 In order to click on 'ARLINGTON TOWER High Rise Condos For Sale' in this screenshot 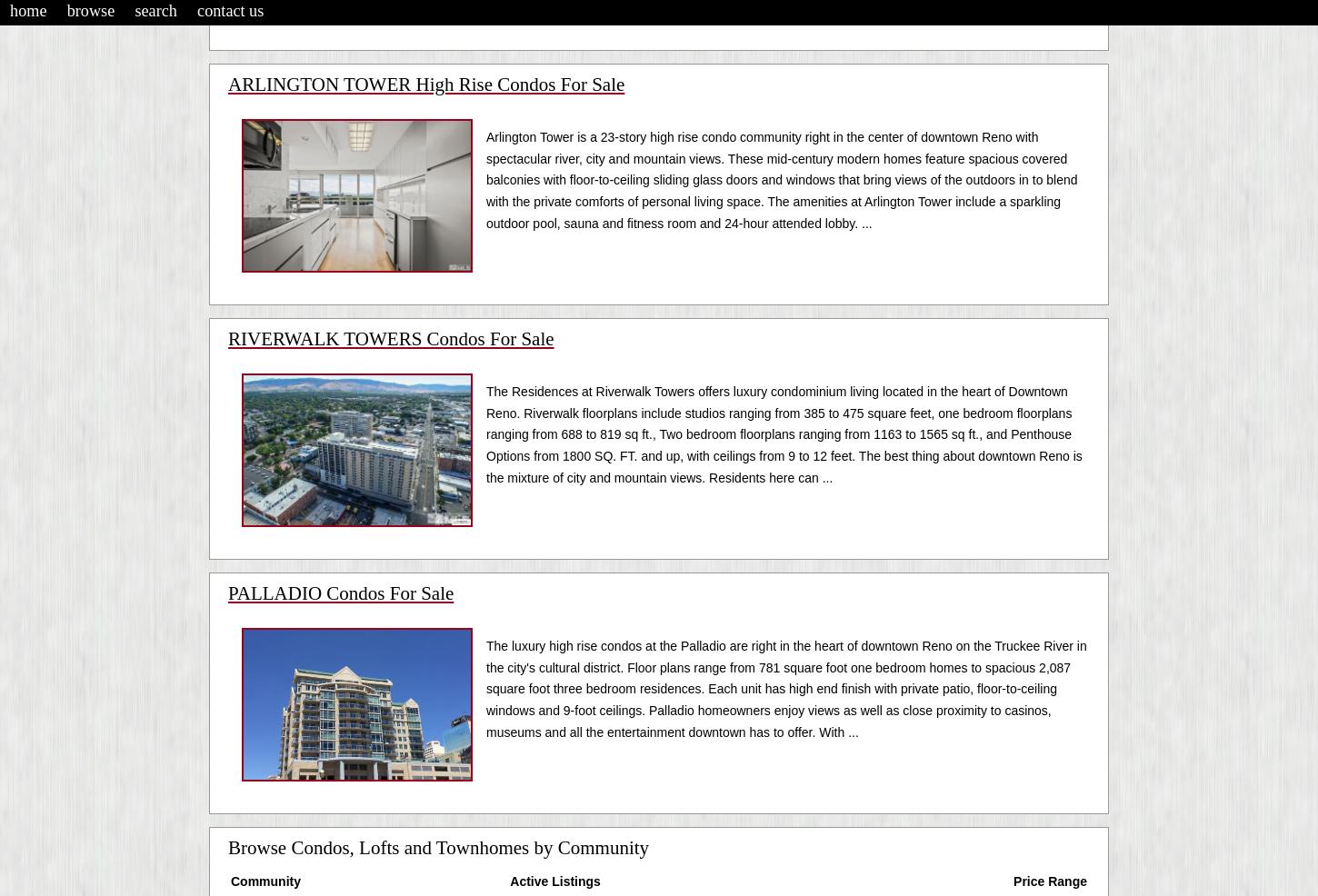, I will do `click(424, 83)`.